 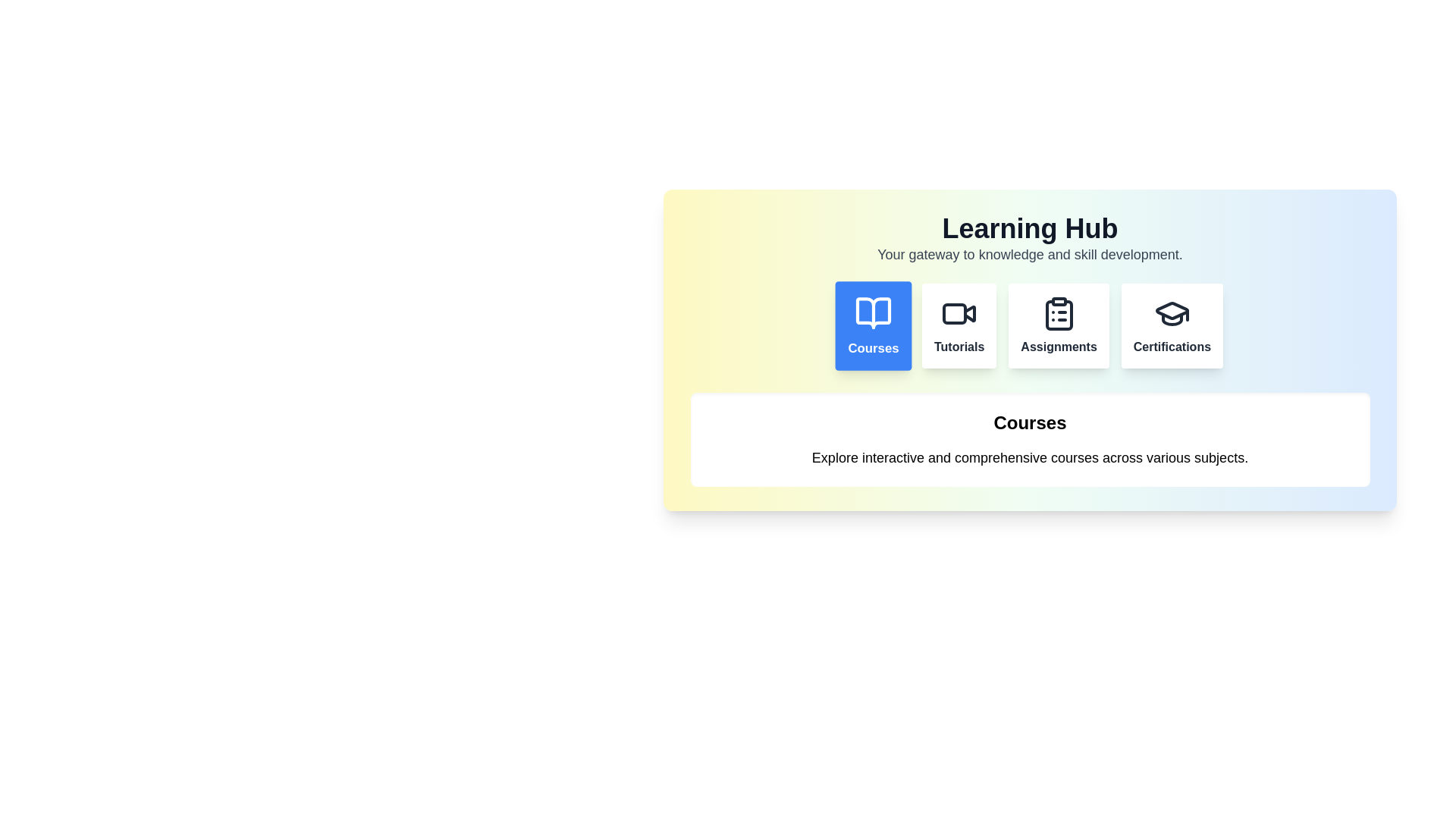 I want to click on the button labeled Certifications to observe its hover effect, so click(x=1171, y=325).